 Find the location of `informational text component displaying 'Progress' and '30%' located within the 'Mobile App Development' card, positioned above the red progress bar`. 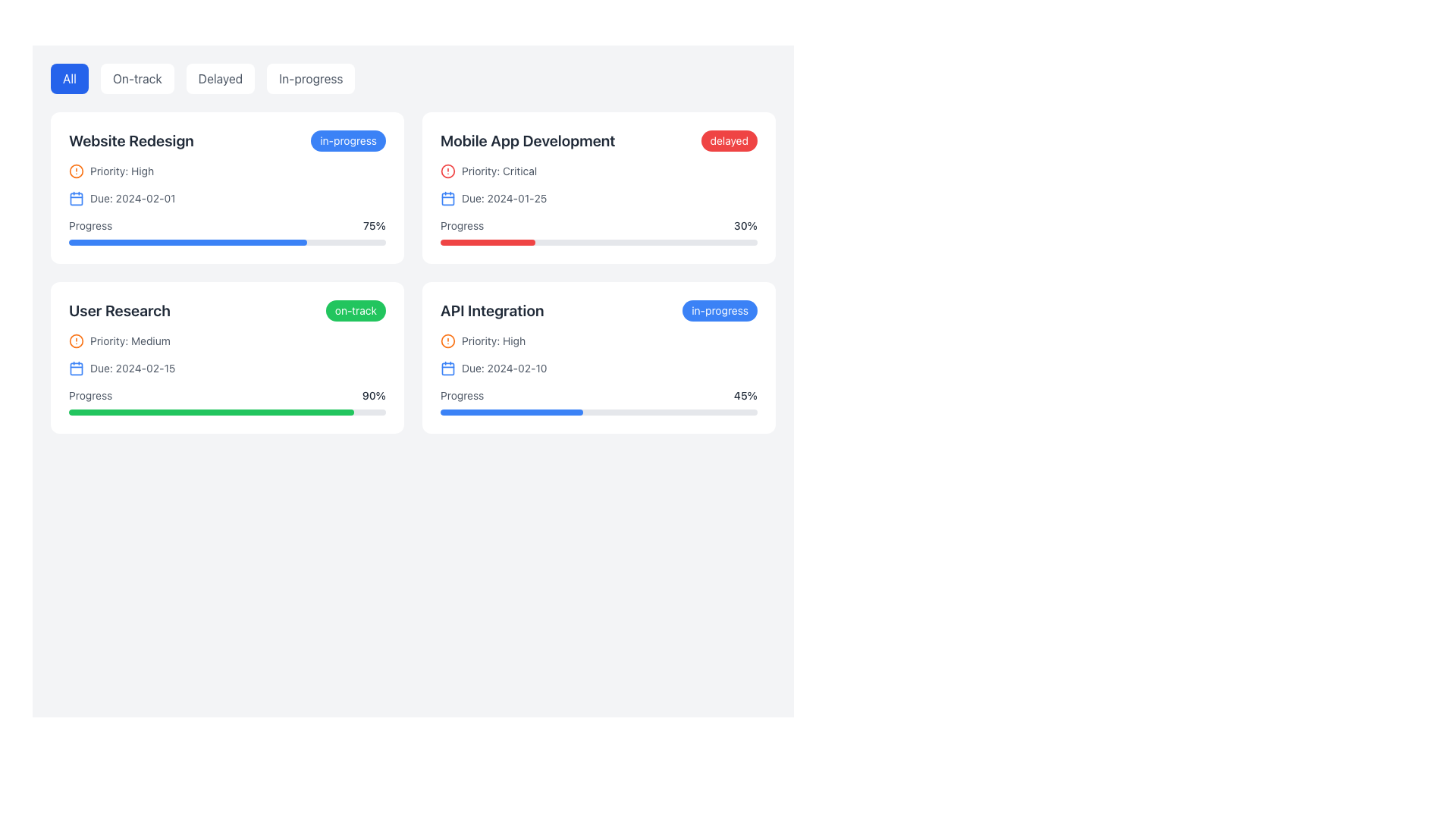

informational text component displaying 'Progress' and '30%' located within the 'Mobile App Development' card, positioned above the red progress bar is located at coordinates (598, 225).